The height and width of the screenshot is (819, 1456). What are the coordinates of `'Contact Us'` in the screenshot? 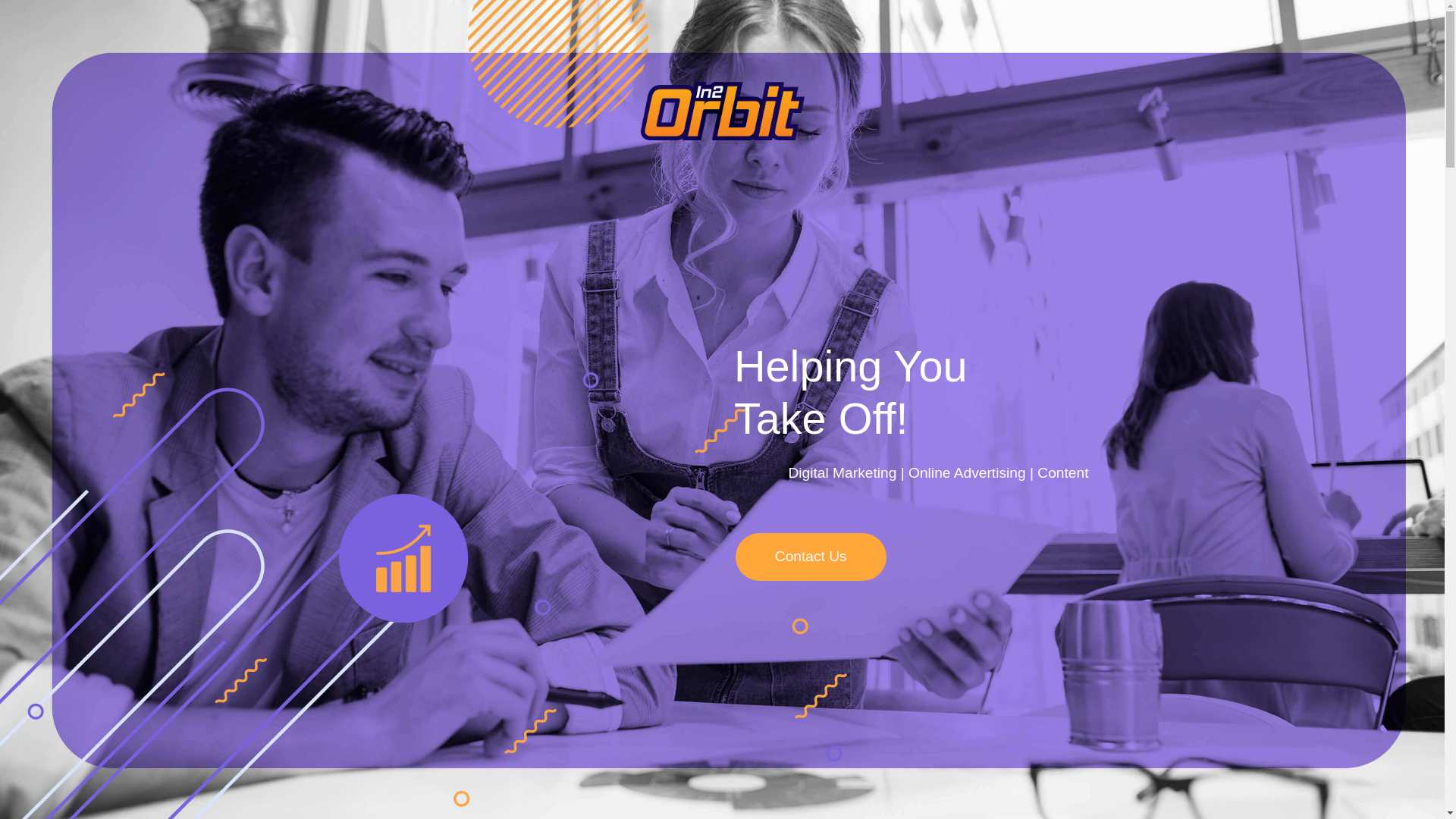 It's located at (810, 557).